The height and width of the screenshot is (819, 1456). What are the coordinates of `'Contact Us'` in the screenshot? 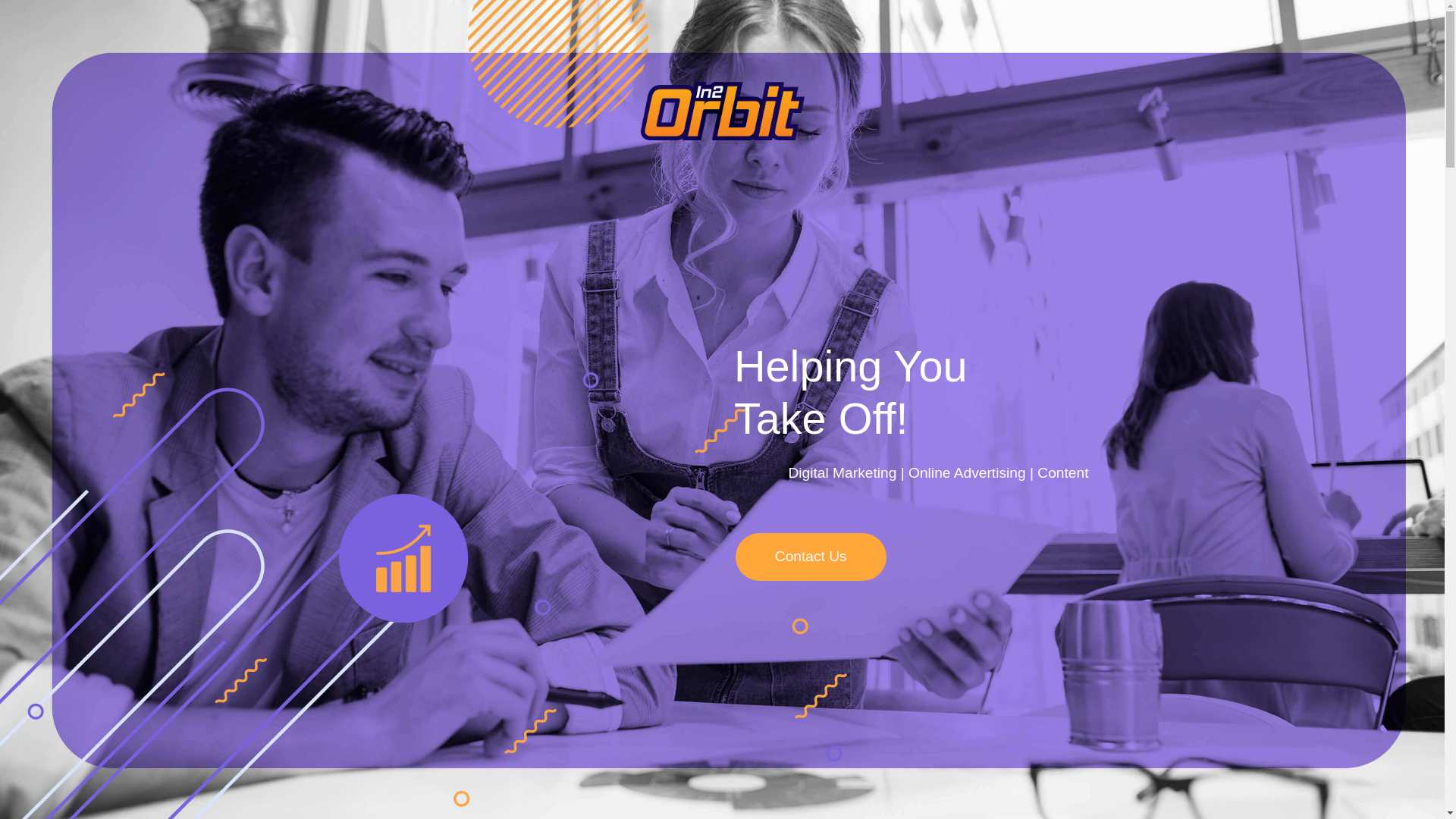 It's located at (810, 557).